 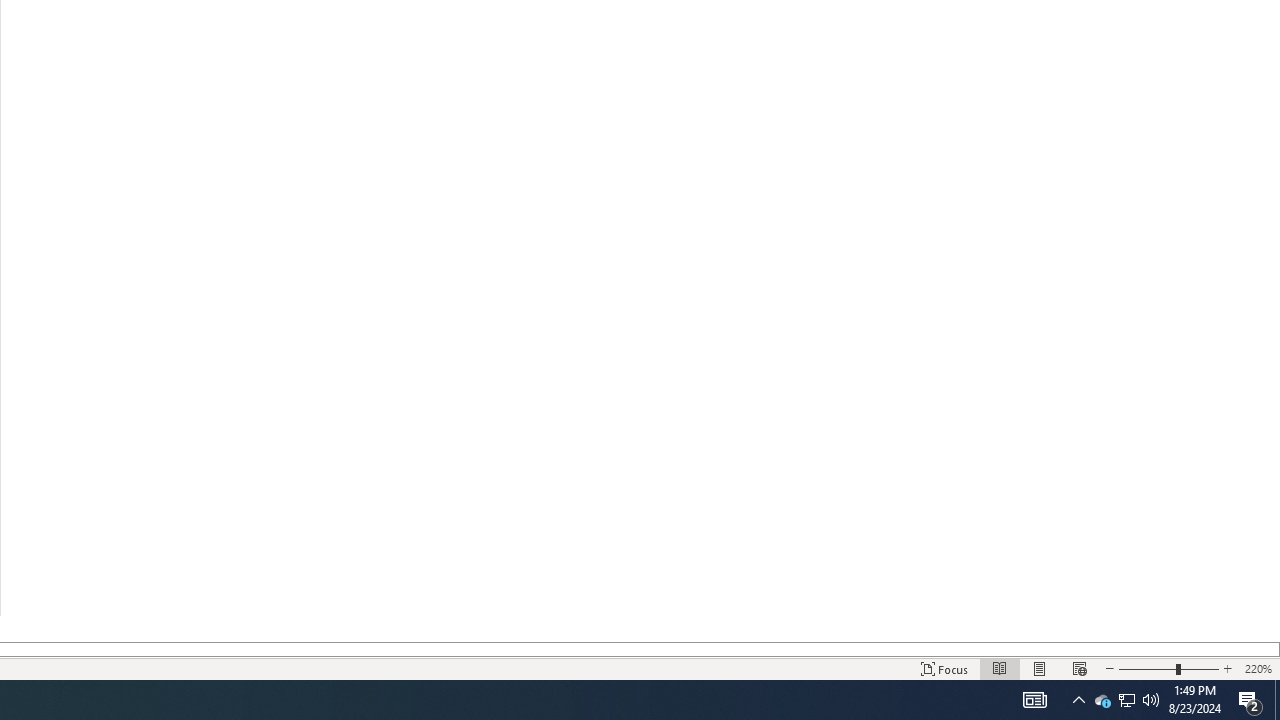 I want to click on 'Text Size', so click(x=1168, y=669).